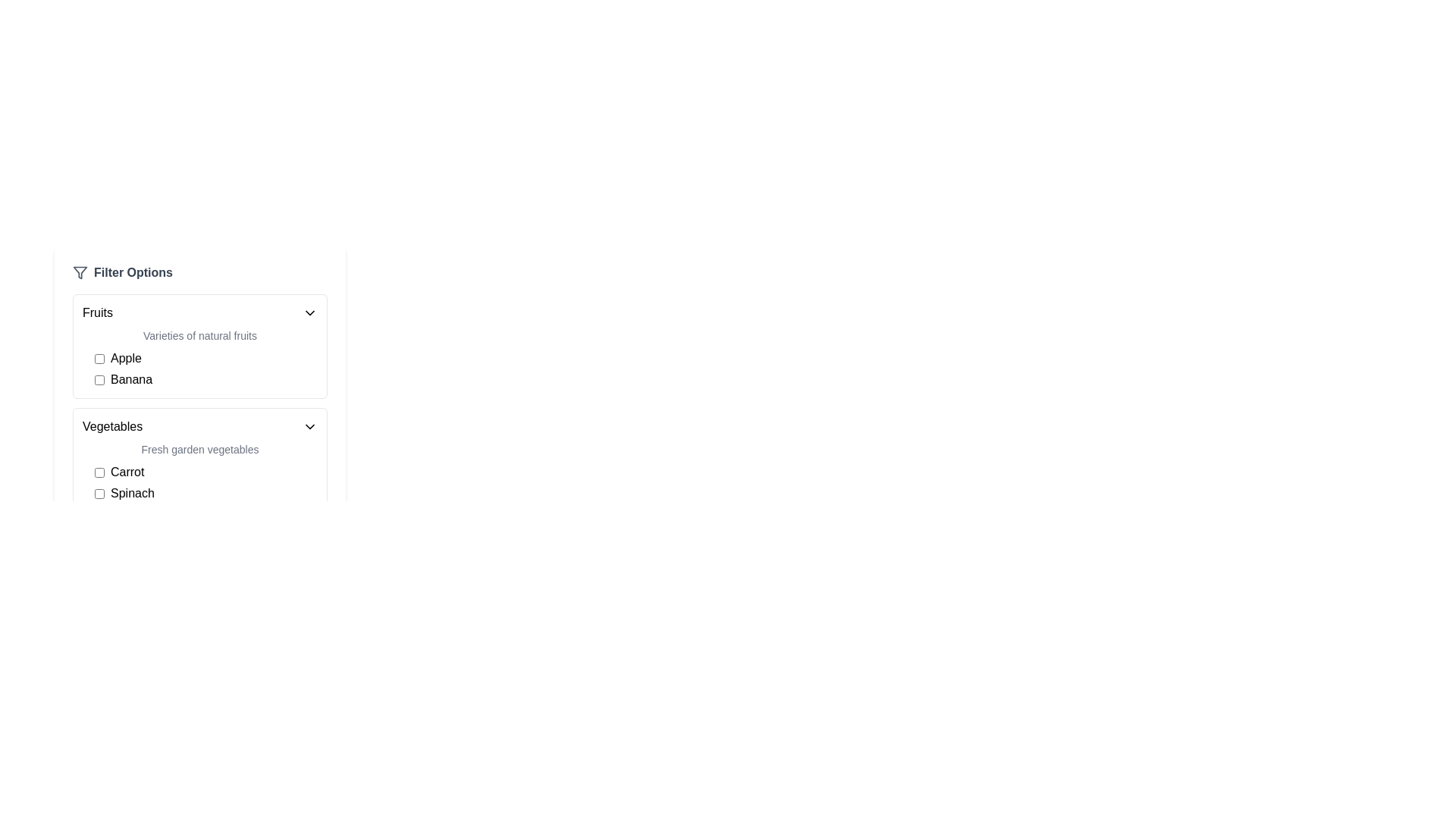 The width and height of the screenshot is (1456, 819). I want to click on the 'Carrot' label text, so click(127, 472).